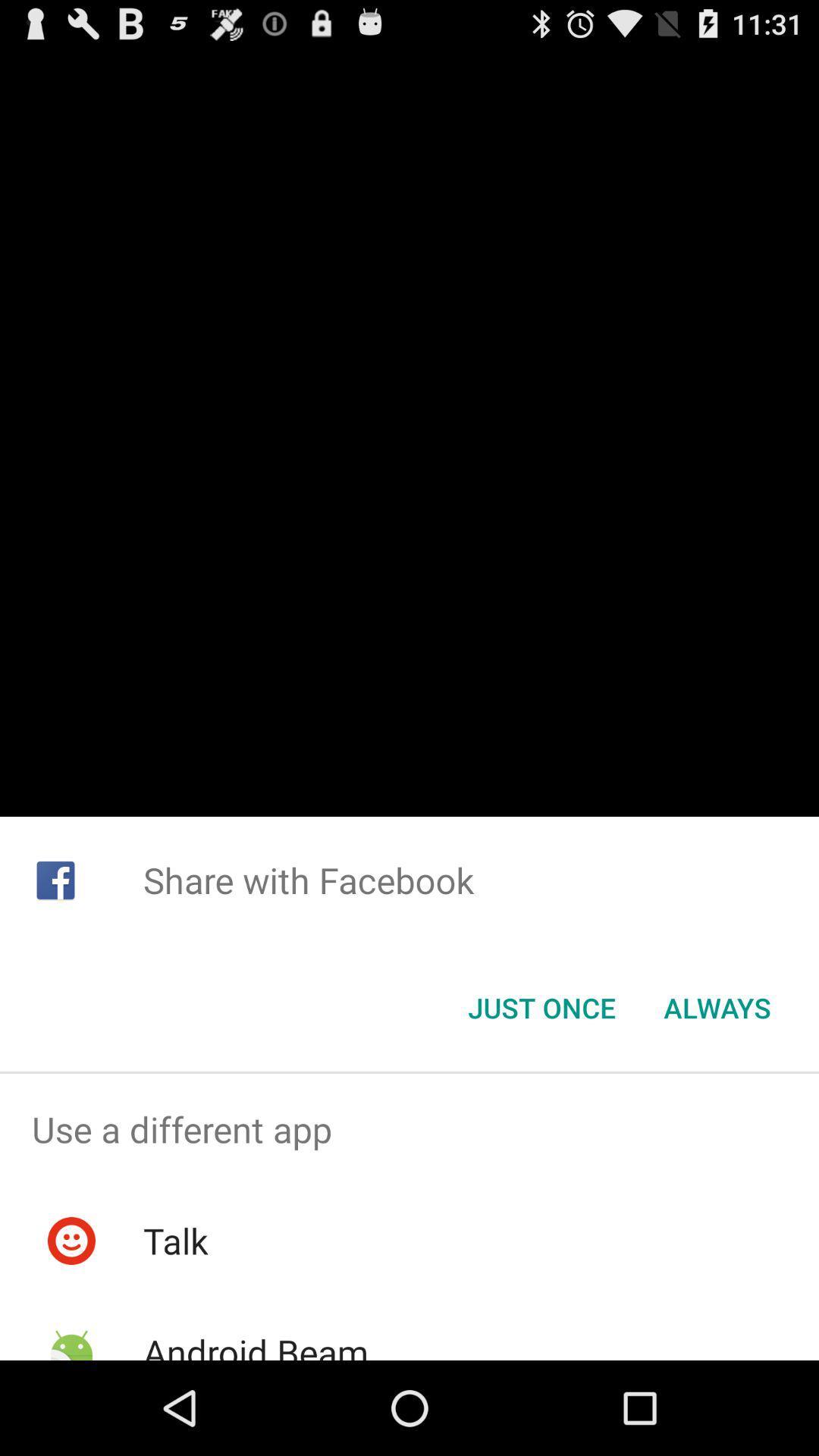 The image size is (819, 1456). What do you see at coordinates (541, 1008) in the screenshot?
I see `icon to the left of the always button` at bounding box center [541, 1008].